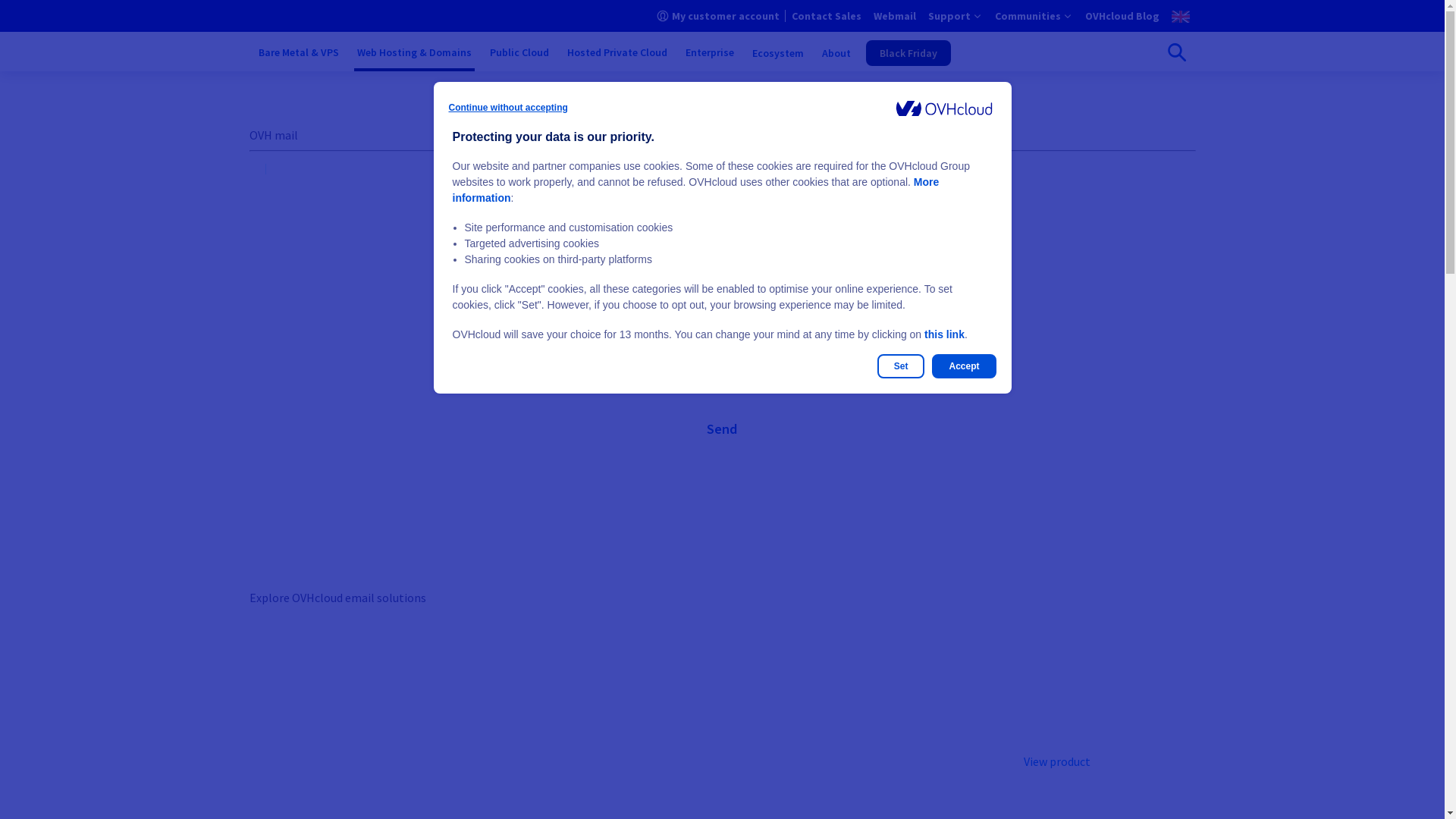  Describe the element at coordinates (720, 429) in the screenshot. I see `'Send'` at that location.